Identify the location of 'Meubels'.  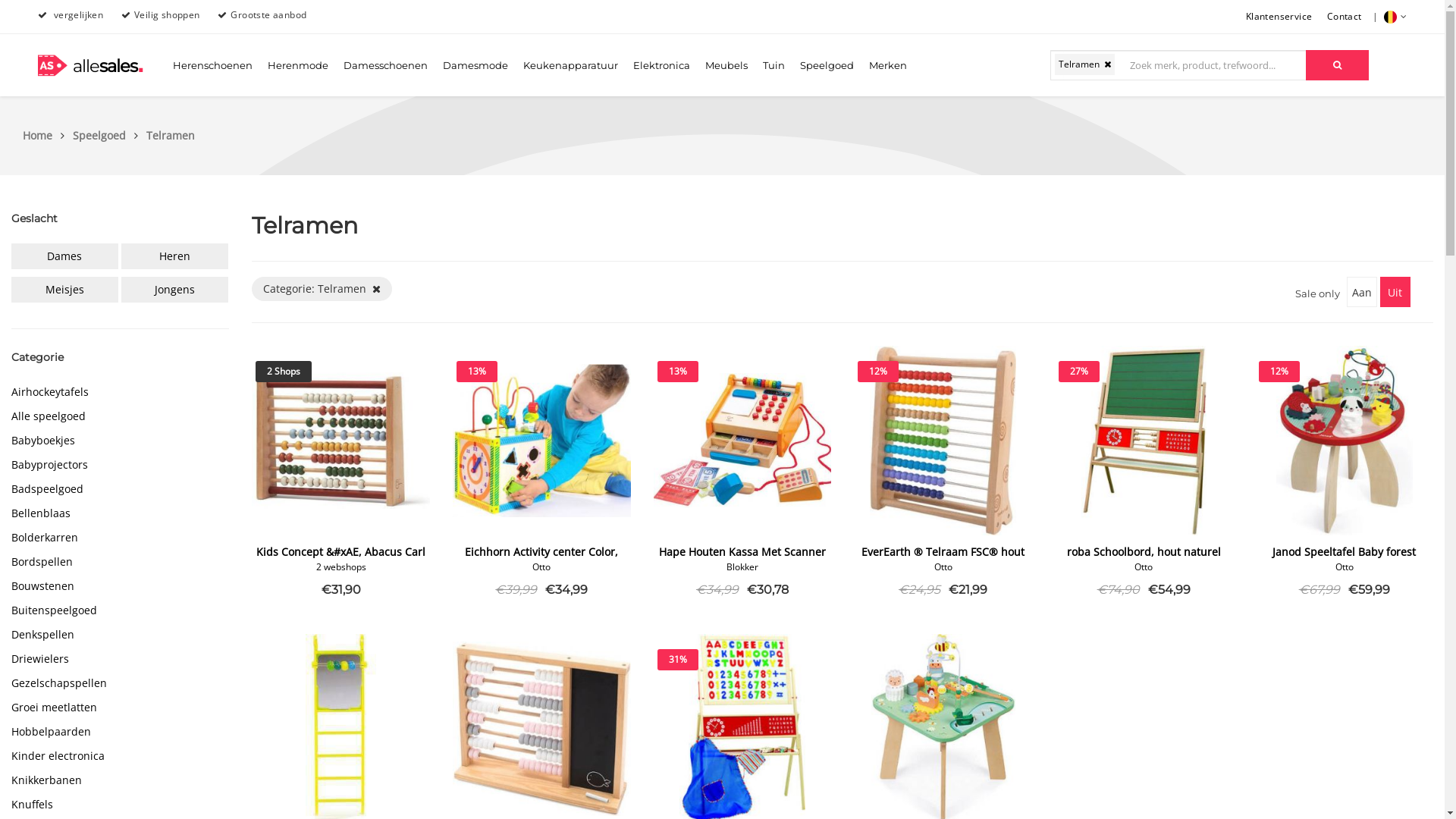
(726, 64).